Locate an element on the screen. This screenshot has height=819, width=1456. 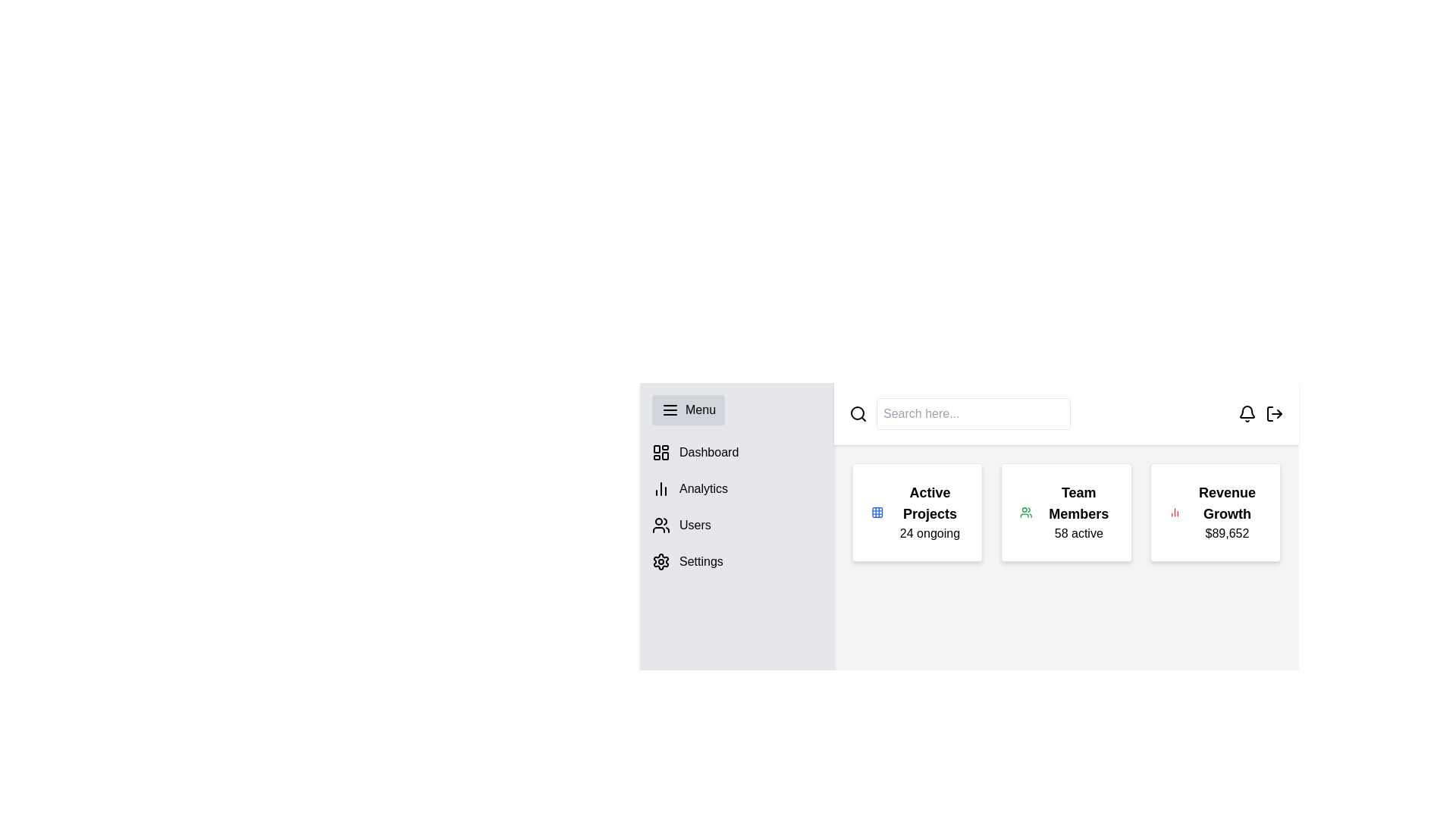
the 'Dashboard' text label, which functions as a hyperlink, to select the text is located at coordinates (708, 452).